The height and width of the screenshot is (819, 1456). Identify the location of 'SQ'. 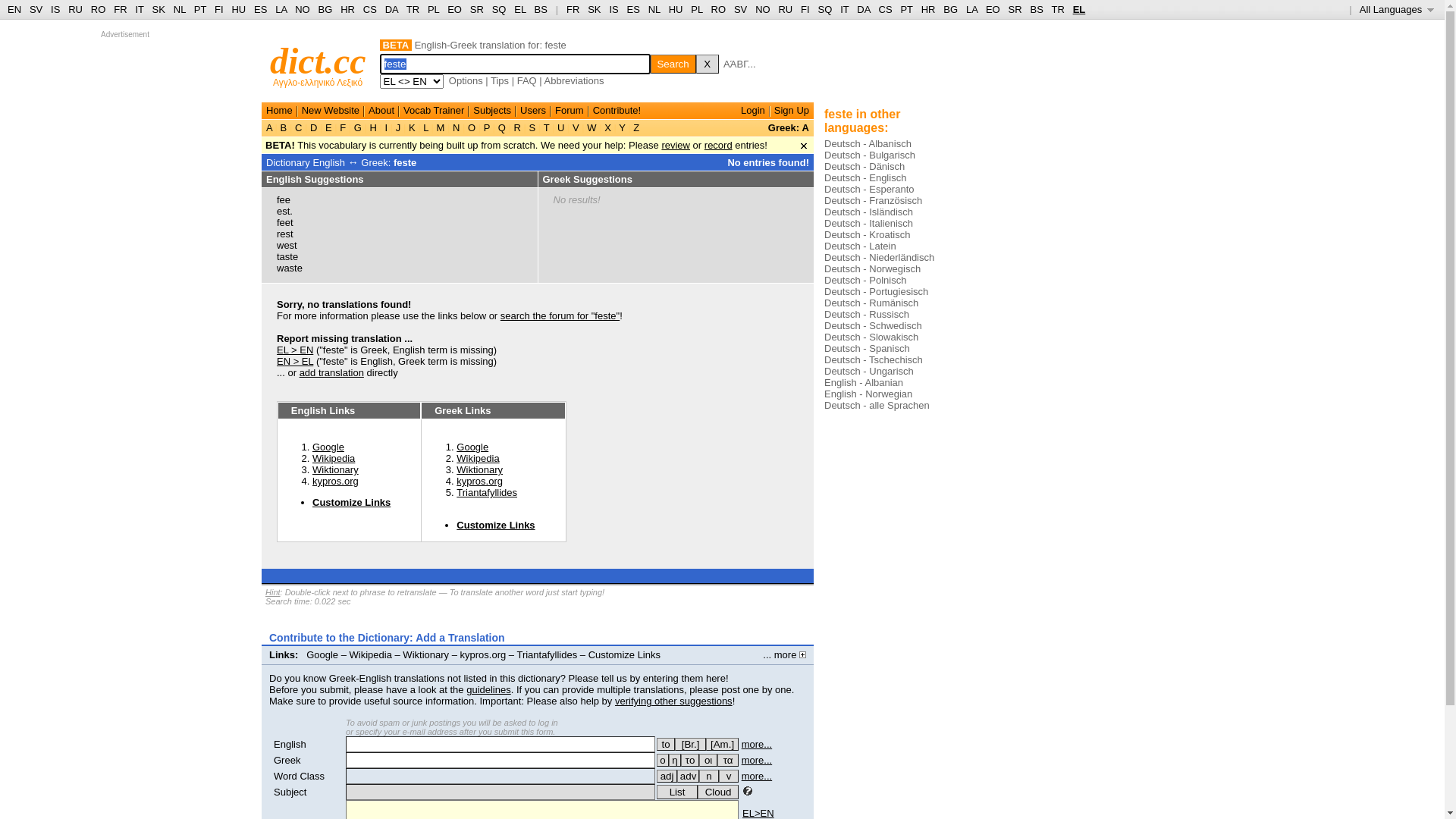
(499, 9).